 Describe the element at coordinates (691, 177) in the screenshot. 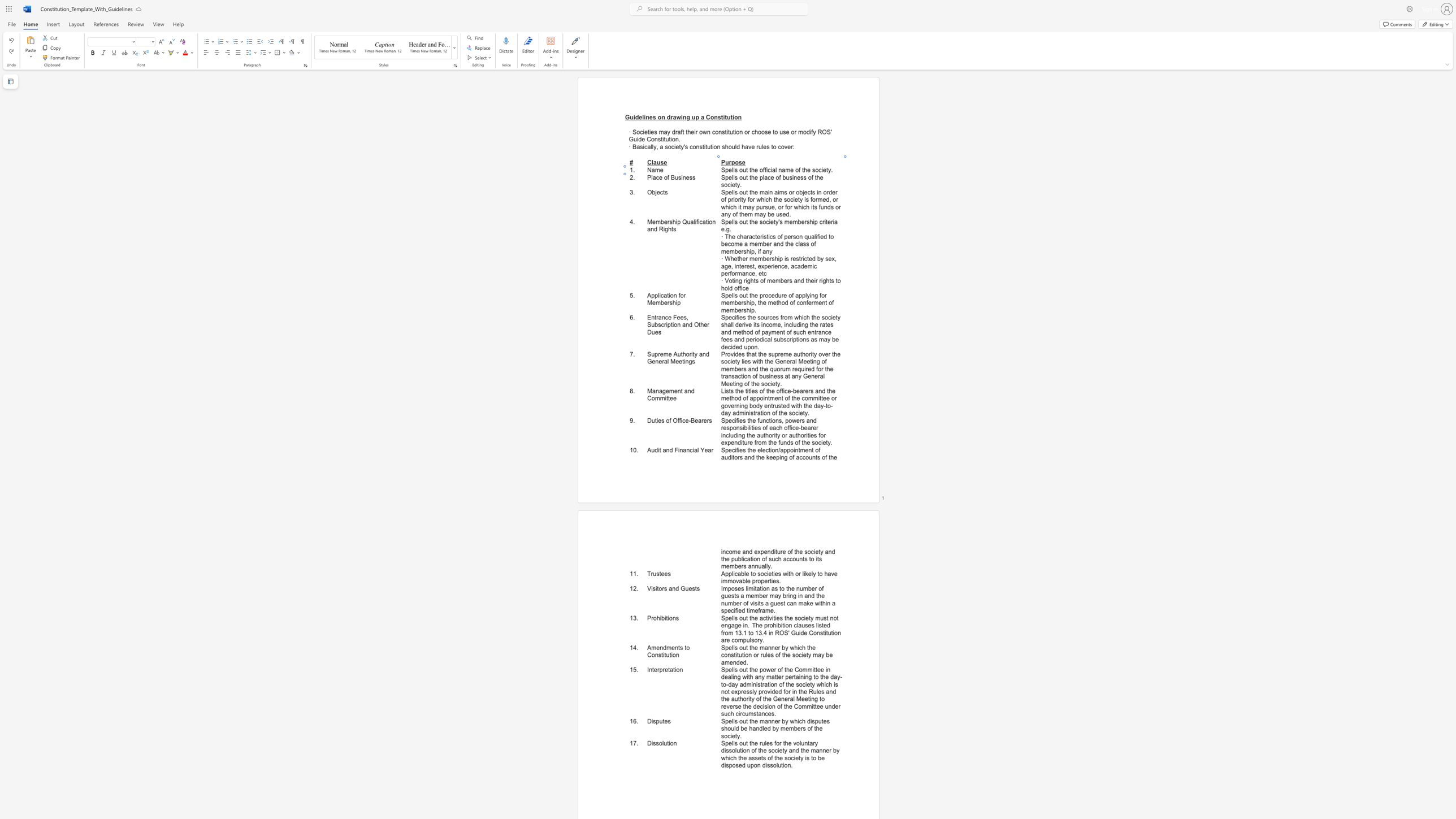

I see `the 2th character "s" in the text` at that location.